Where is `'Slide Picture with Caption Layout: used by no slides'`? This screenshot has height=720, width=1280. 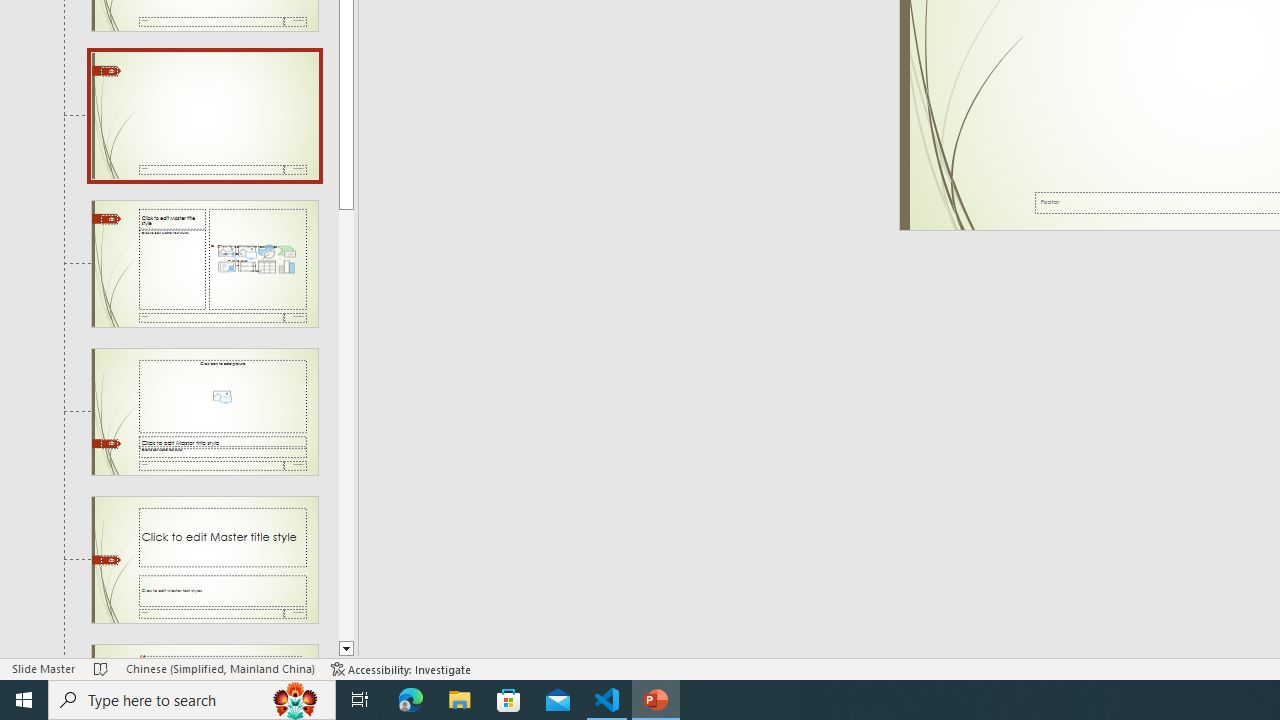
'Slide Picture with Caption Layout: used by no slides' is located at coordinates (204, 411).